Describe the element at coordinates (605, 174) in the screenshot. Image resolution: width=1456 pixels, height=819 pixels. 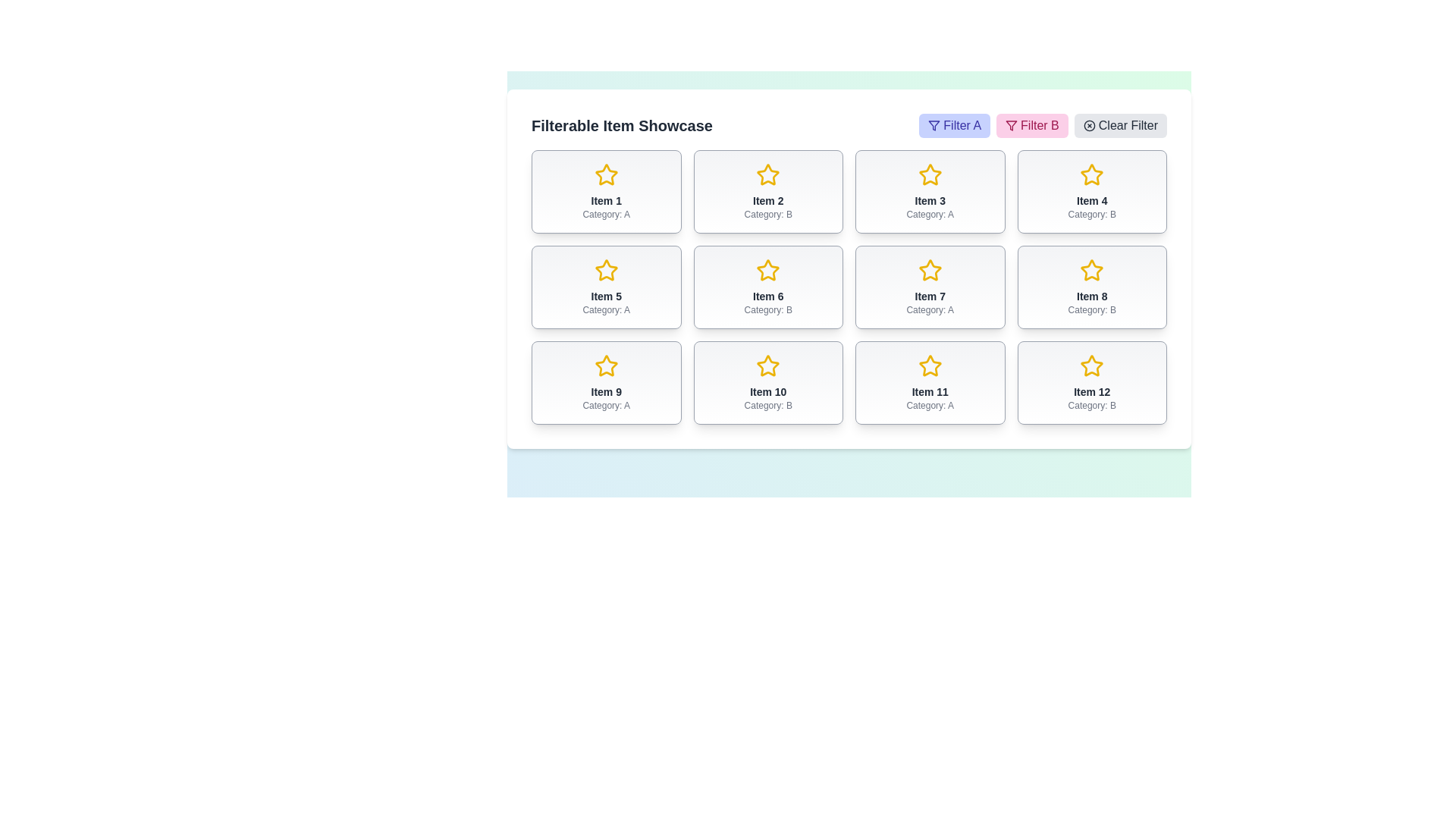
I see `the star icon with a yellow outline, which is not selected, located in the top-left card above 'Item 1' and 'Category: A' for visual feedback` at that location.